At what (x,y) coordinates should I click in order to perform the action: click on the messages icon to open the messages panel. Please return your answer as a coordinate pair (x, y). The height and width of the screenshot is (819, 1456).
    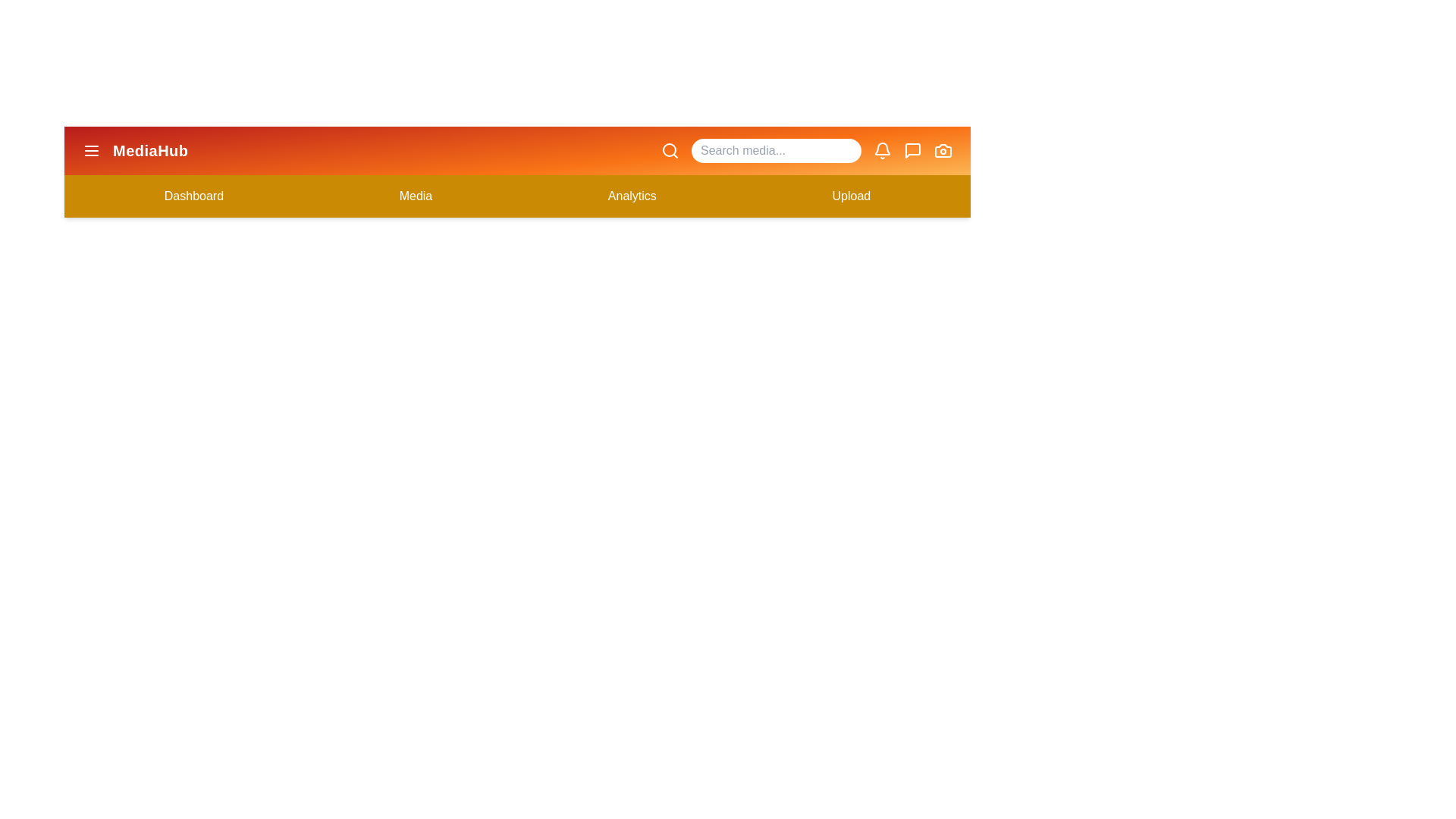
    Looking at the image, I should click on (912, 151).